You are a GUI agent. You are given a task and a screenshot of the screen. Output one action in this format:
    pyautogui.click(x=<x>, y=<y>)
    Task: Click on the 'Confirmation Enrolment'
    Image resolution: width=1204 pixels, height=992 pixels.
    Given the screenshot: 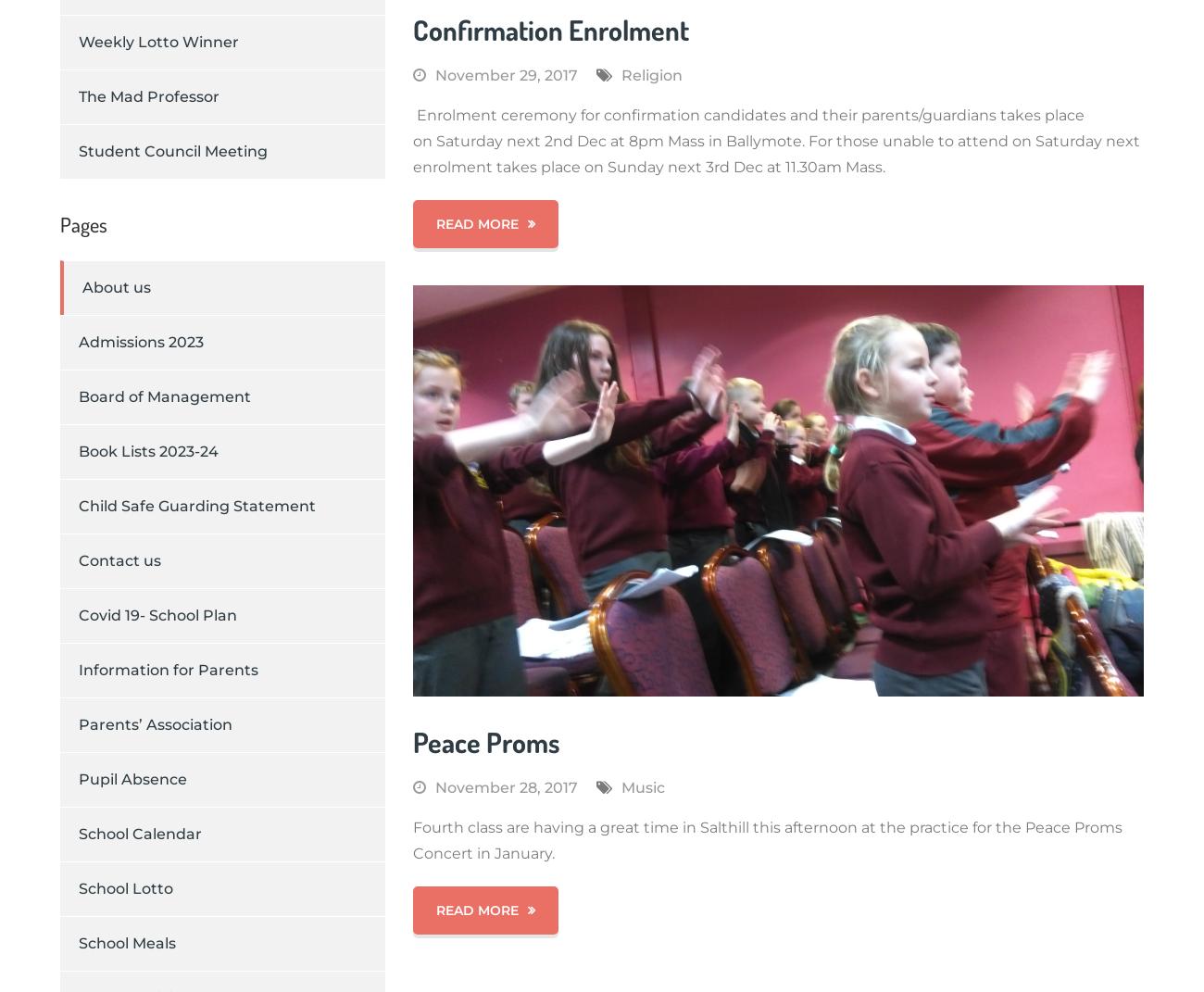 What is the action you would take?
    pyautogui.click(x=550, y=27)
    